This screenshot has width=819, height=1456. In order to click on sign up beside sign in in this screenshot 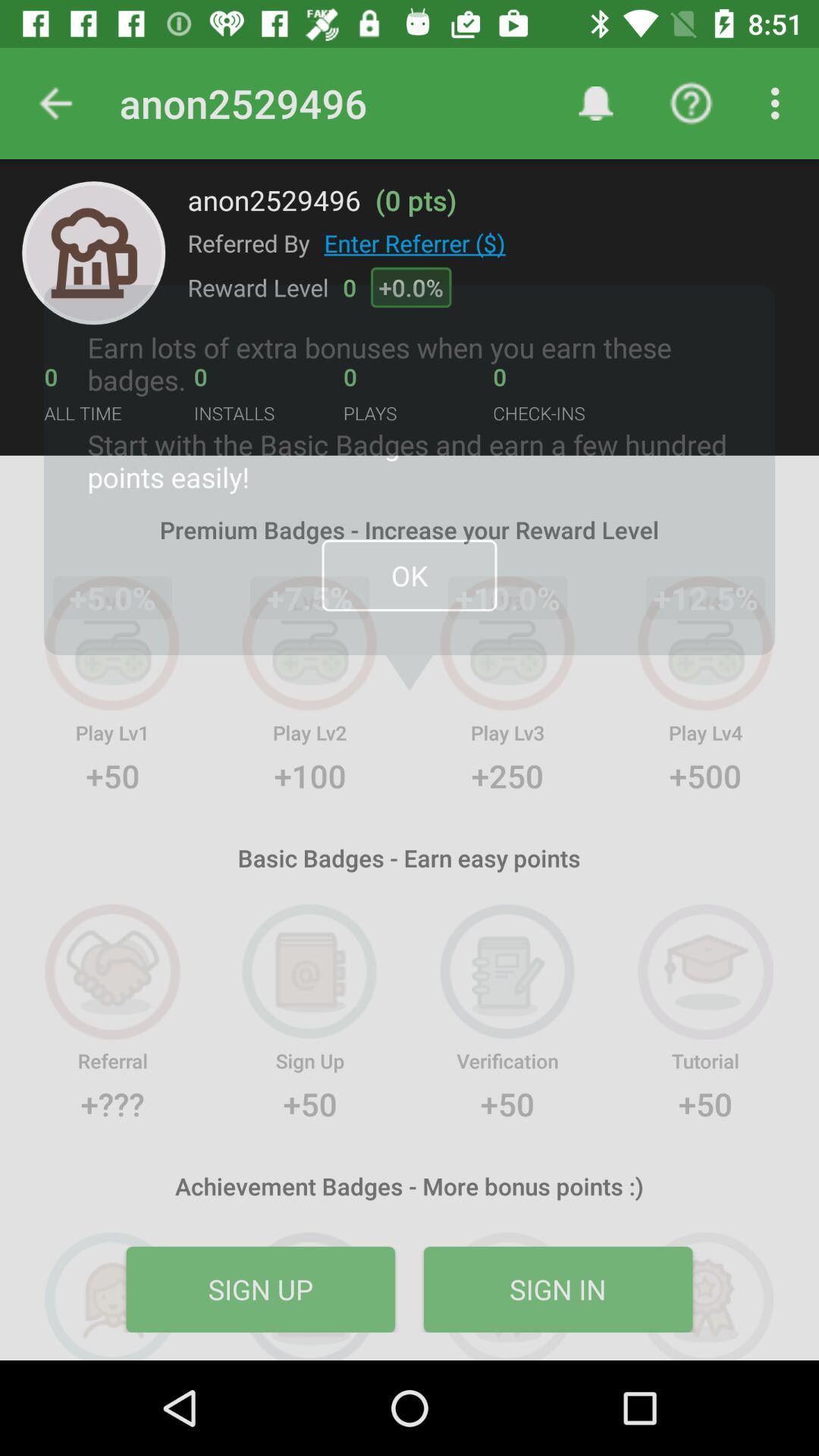, I will do `click(259, 1288)`.